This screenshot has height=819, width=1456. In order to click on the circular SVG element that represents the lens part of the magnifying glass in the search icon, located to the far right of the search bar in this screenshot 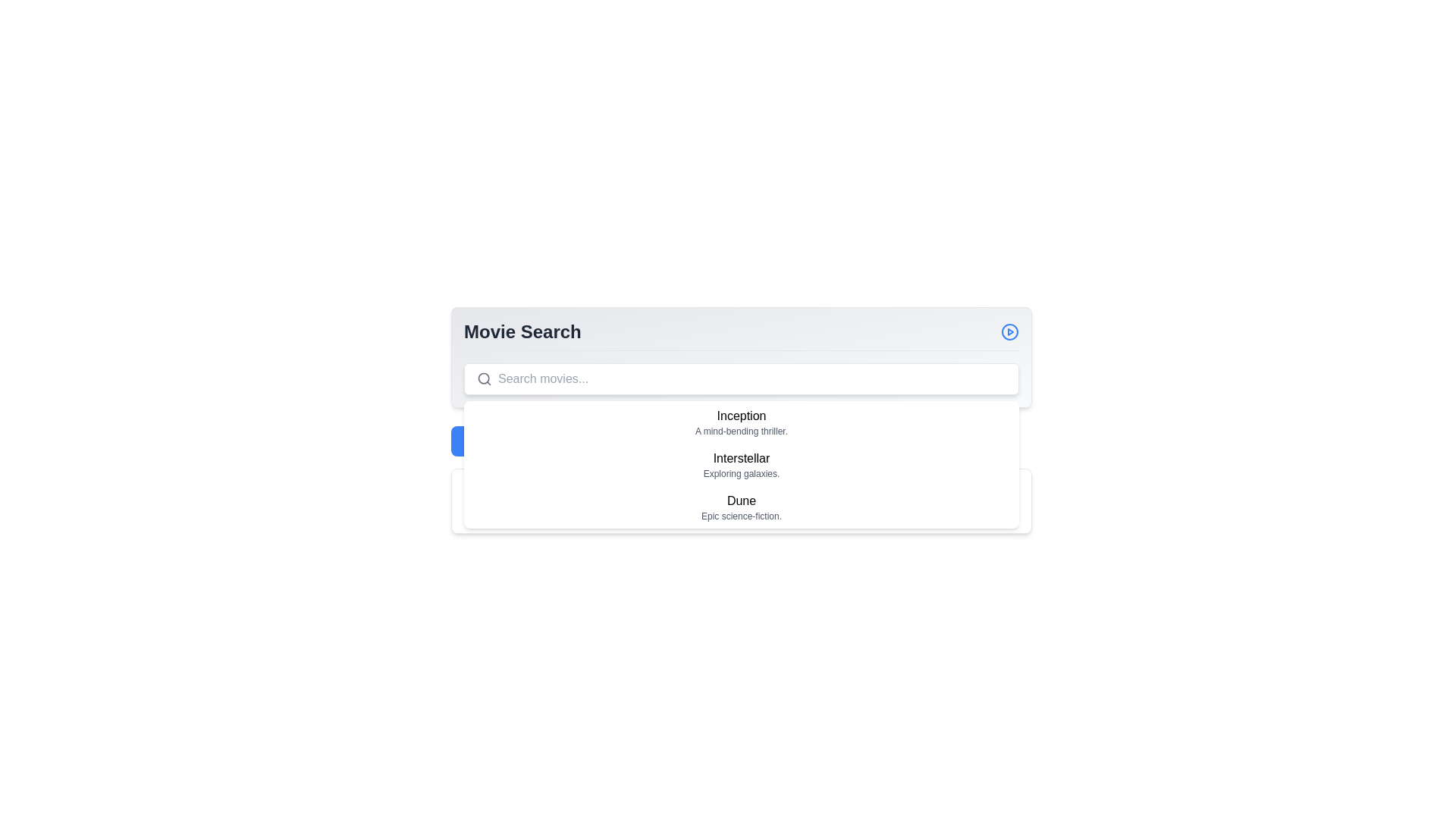, I will do `click(483, 378)`.